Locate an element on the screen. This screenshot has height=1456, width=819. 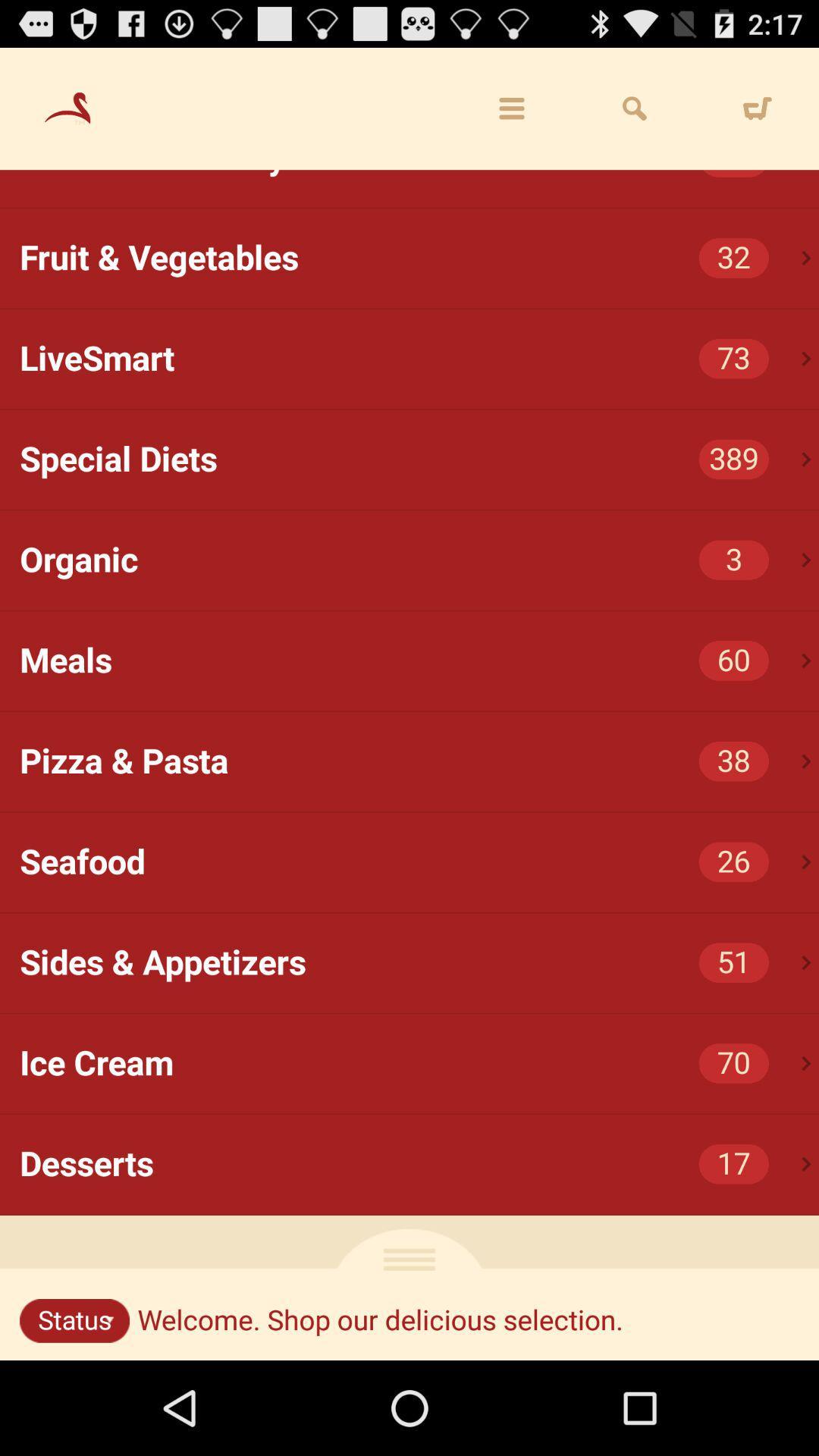
the icon below the pizza & pasta icon is located at coordinates (805, 862).